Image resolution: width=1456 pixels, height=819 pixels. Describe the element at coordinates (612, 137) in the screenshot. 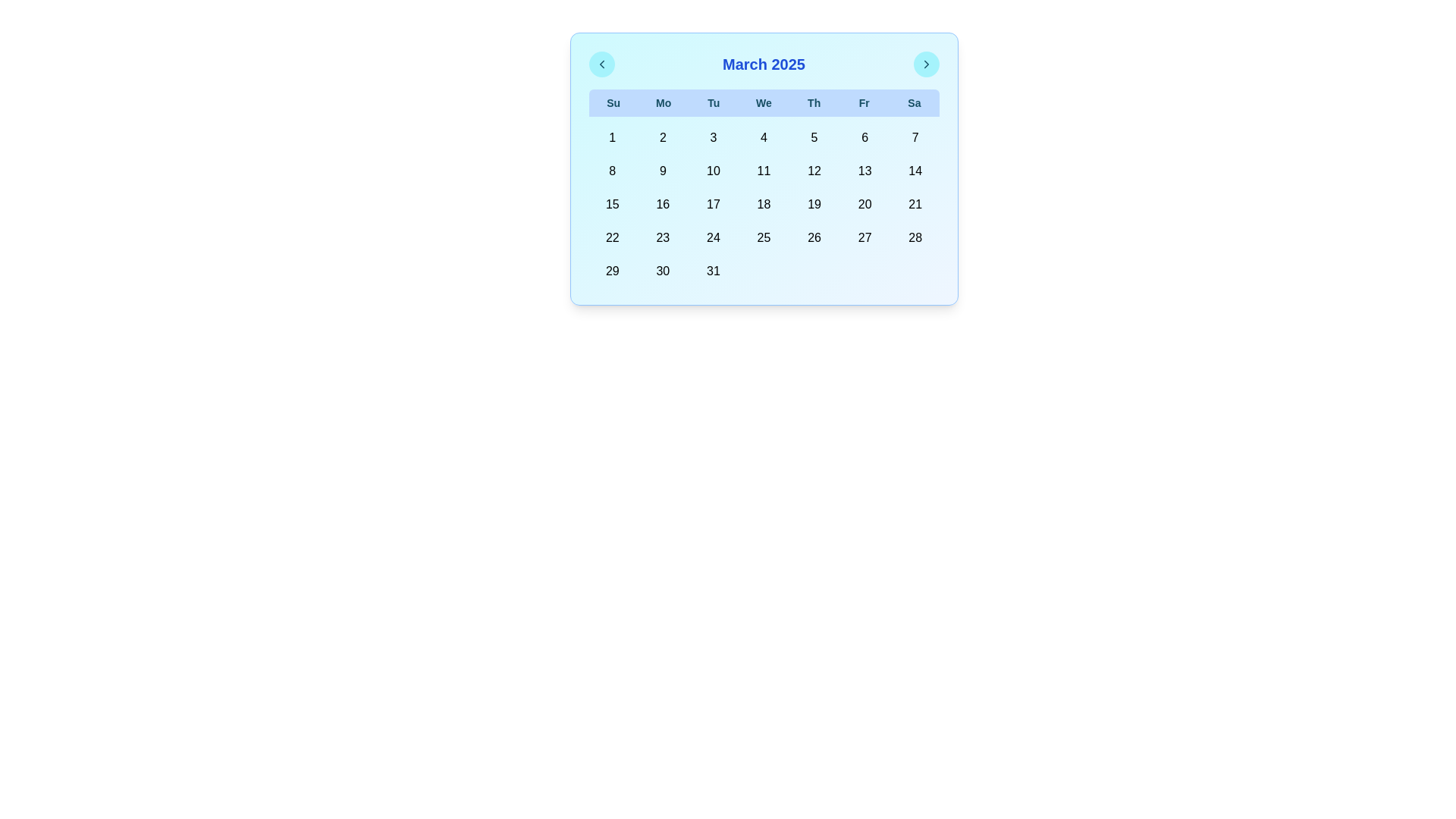

I see `the button representing the first day of the displayed month's calendar, located` at that location.